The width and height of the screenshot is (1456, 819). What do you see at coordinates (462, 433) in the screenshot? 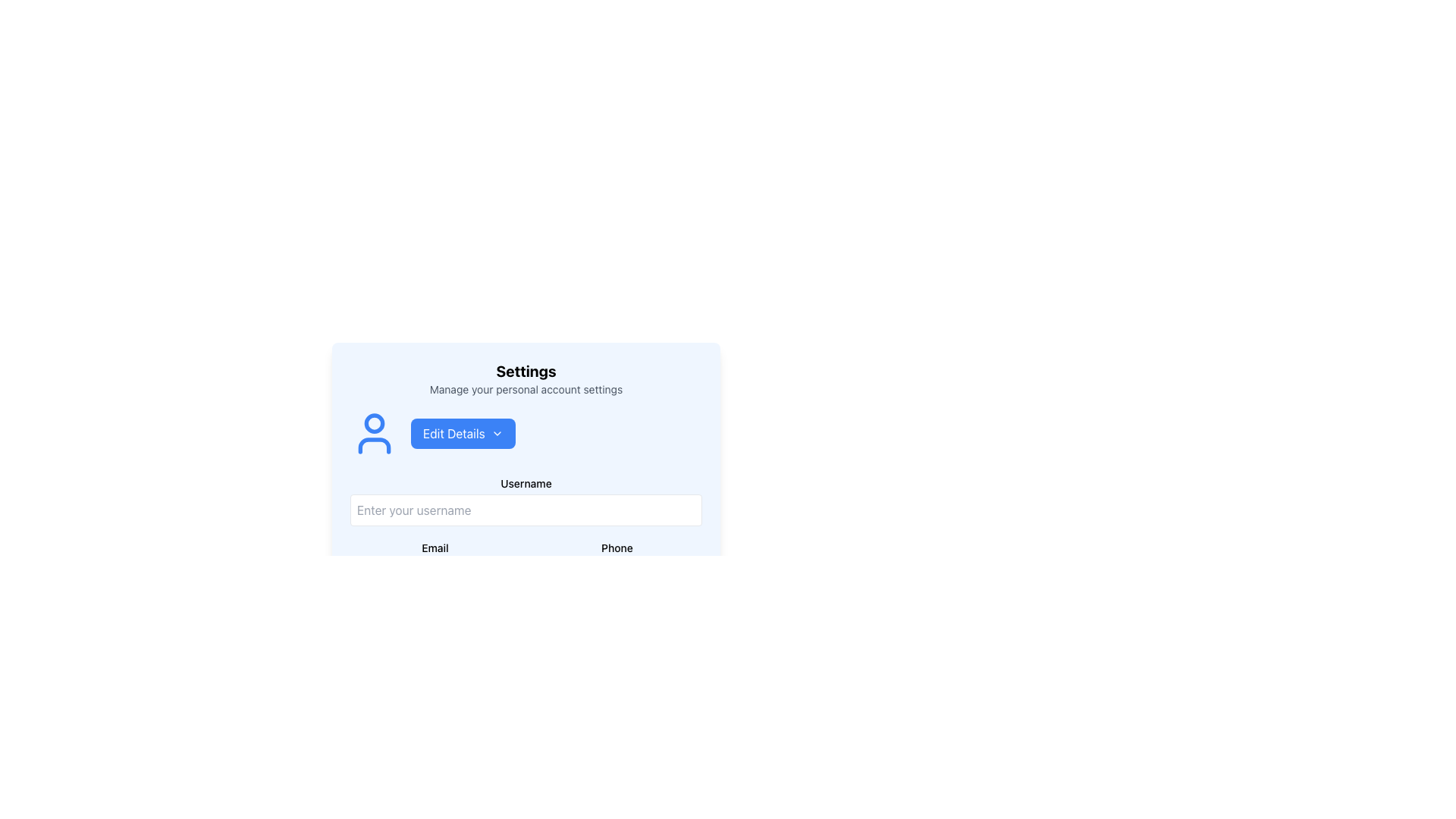
I see `the blue button labeled 'Edit Details' with a chevron icon` at bounding box center [462, 433].